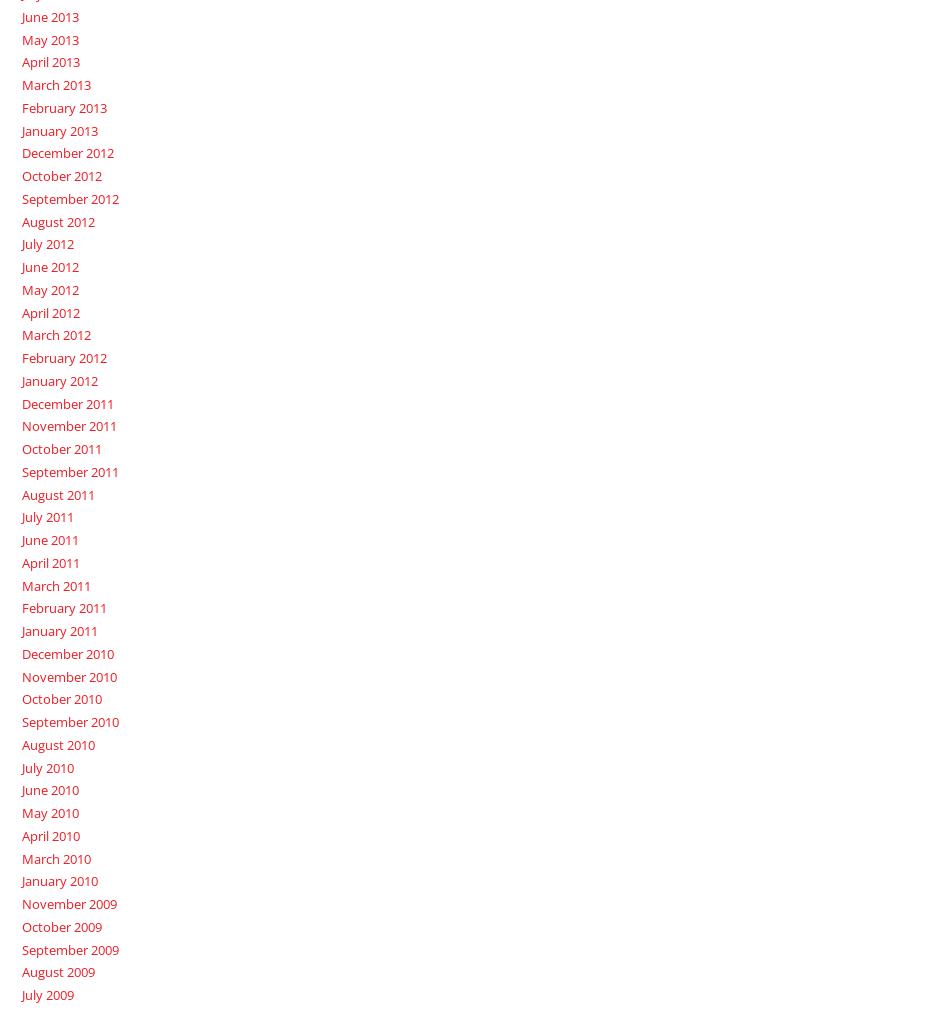 The image size is (950, 1011). Describe the element at coordinates (20, 425) in the screenshot. I see `'November 2011'` at that location.